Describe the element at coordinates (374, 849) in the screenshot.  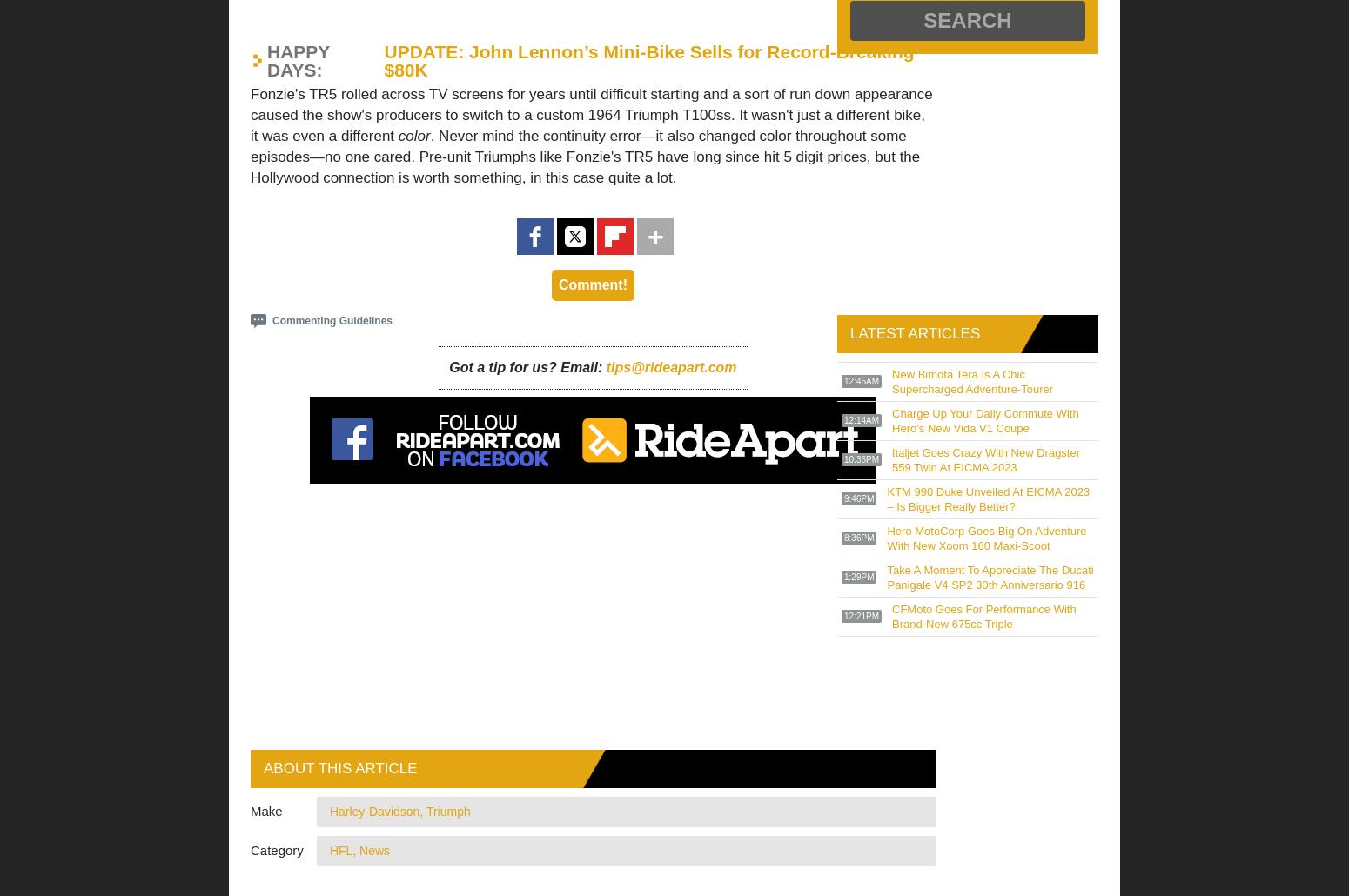
I see `'News'` at that location.